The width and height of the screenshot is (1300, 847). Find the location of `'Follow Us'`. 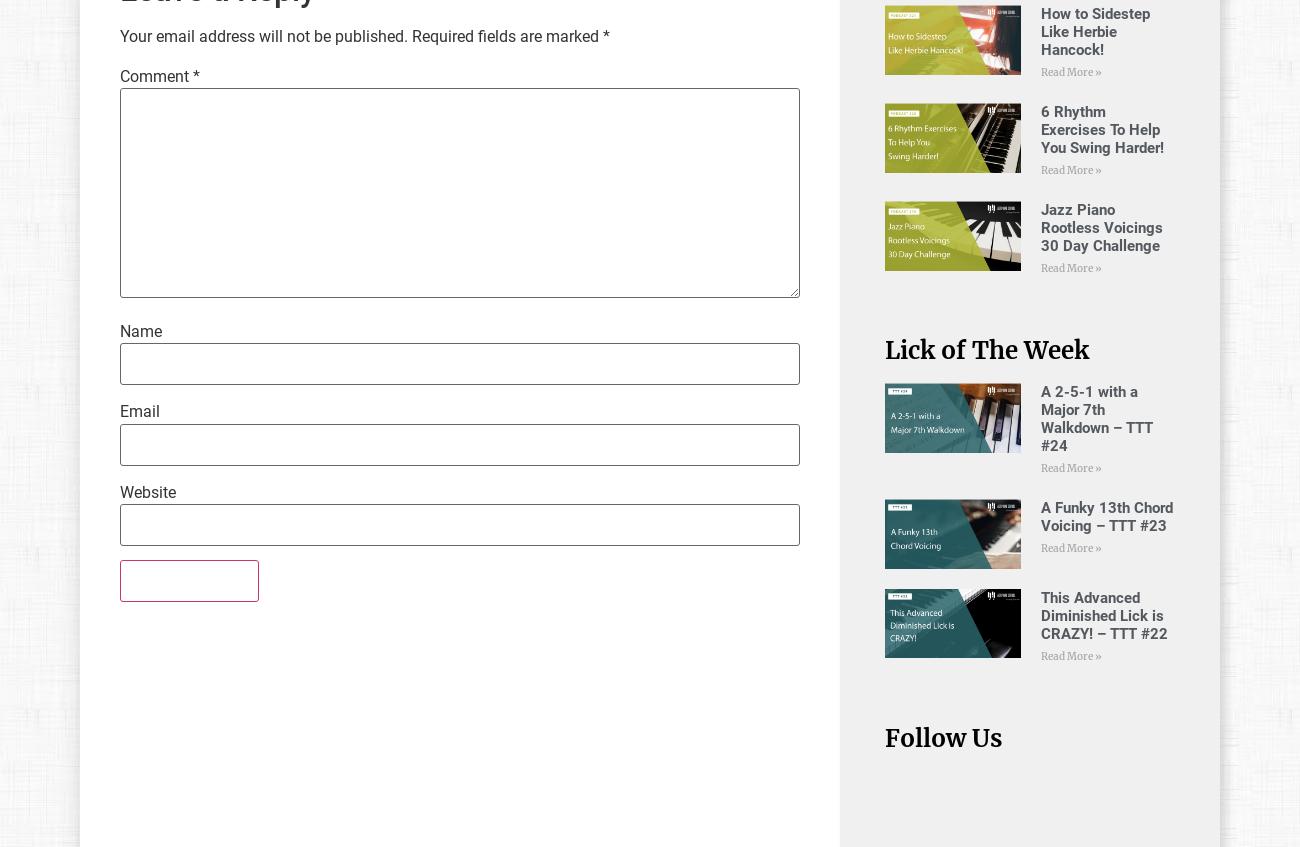

'Follow Us' is located at coordinates (942, 736).